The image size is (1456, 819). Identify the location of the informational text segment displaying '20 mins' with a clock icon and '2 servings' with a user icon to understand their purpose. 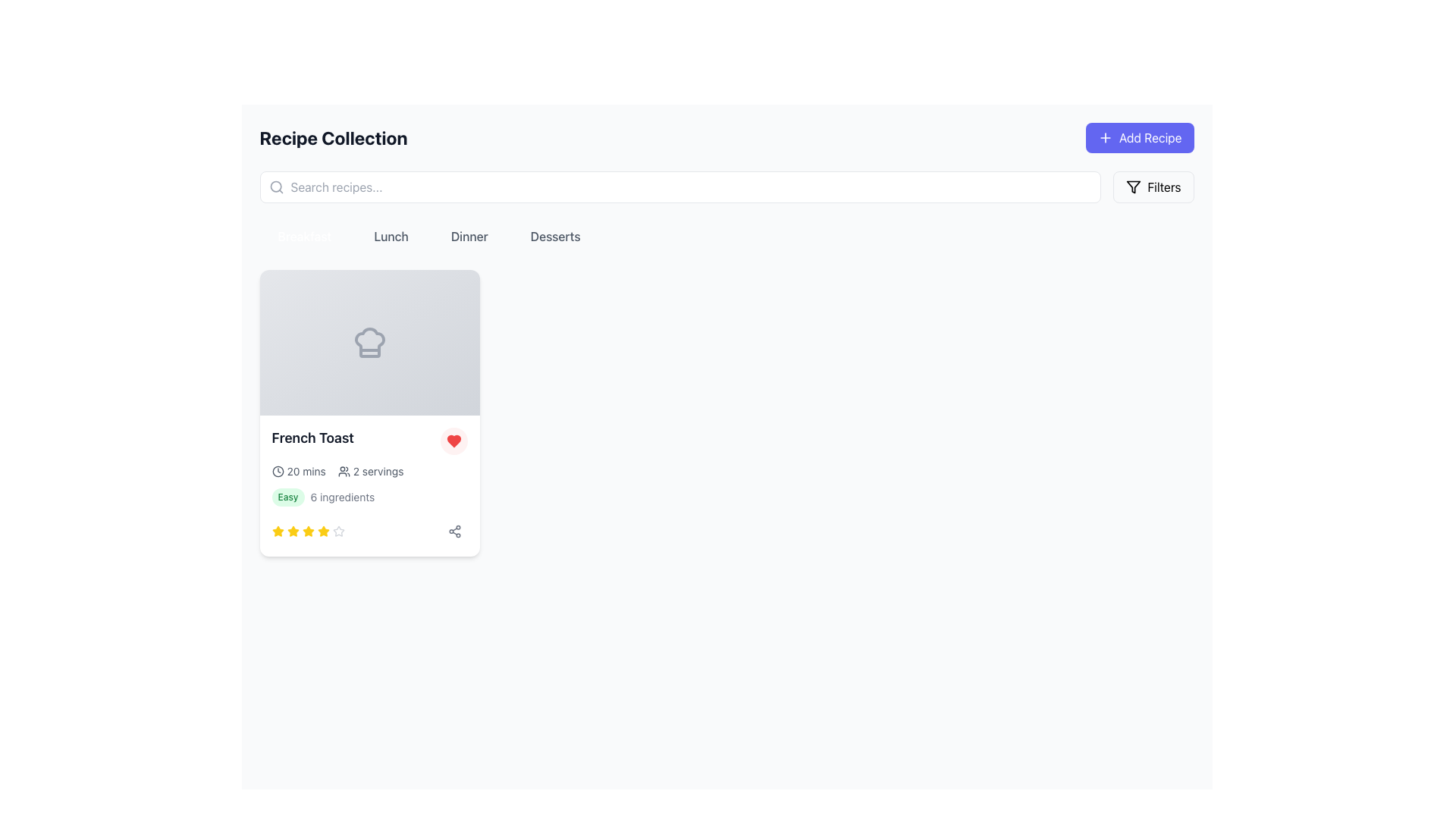
(369, 470).